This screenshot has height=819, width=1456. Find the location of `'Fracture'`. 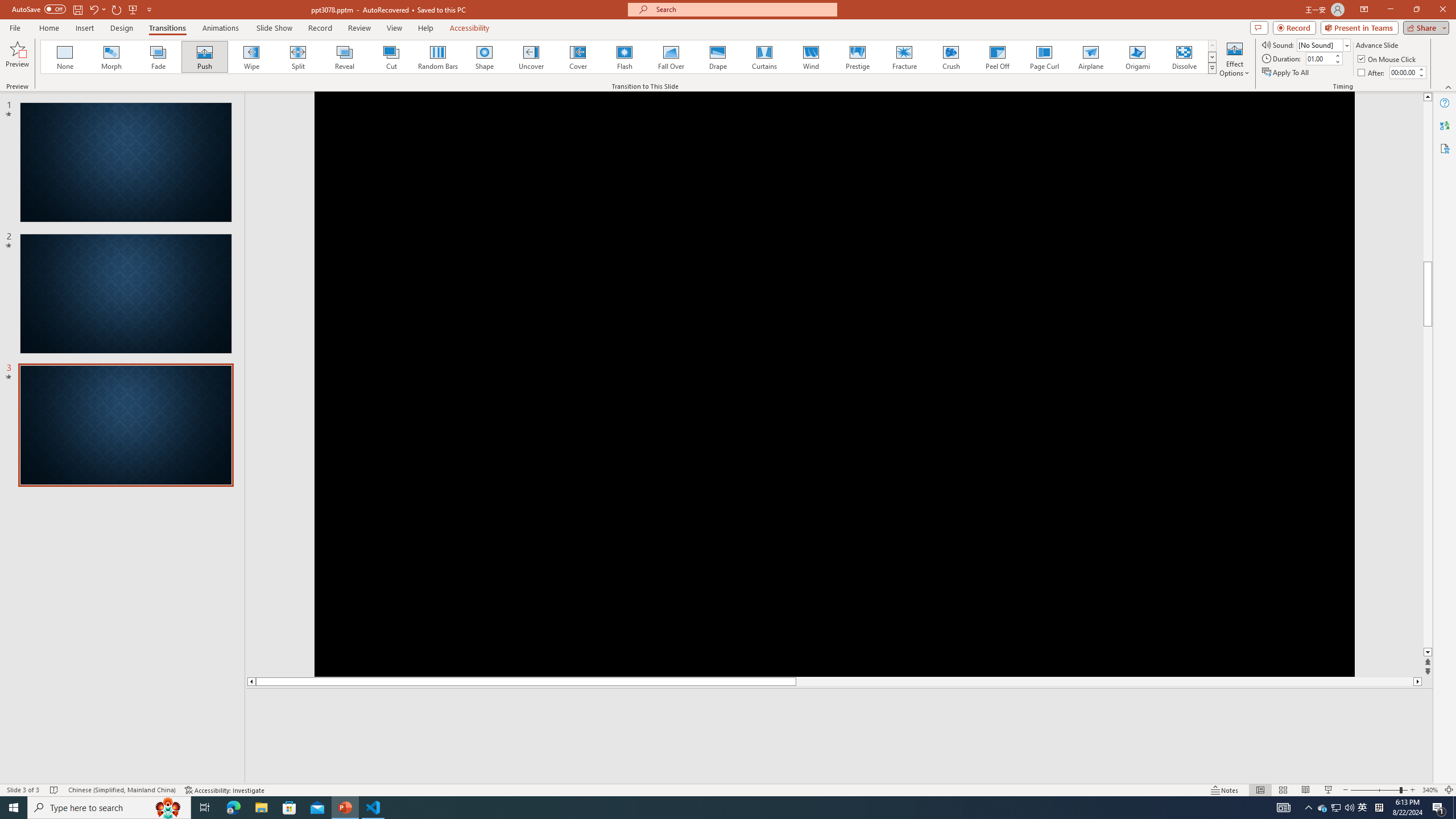

'Fracture' is located at coordinates (904, 56).